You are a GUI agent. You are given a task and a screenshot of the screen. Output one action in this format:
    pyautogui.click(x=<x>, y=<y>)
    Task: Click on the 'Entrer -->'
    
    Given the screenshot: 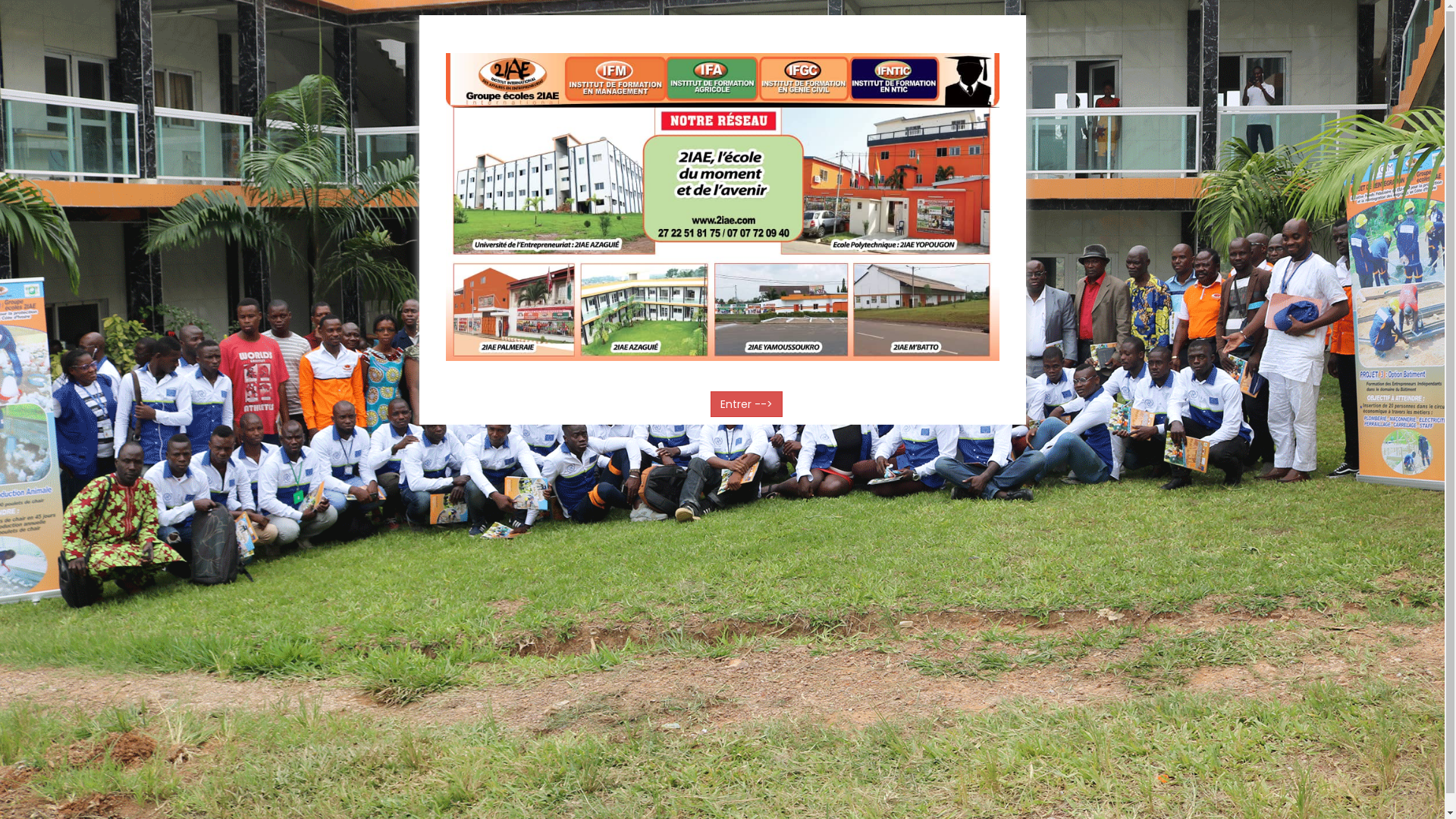 What is the action you would take?
    pyautogui.click(x=746, y=403)
    